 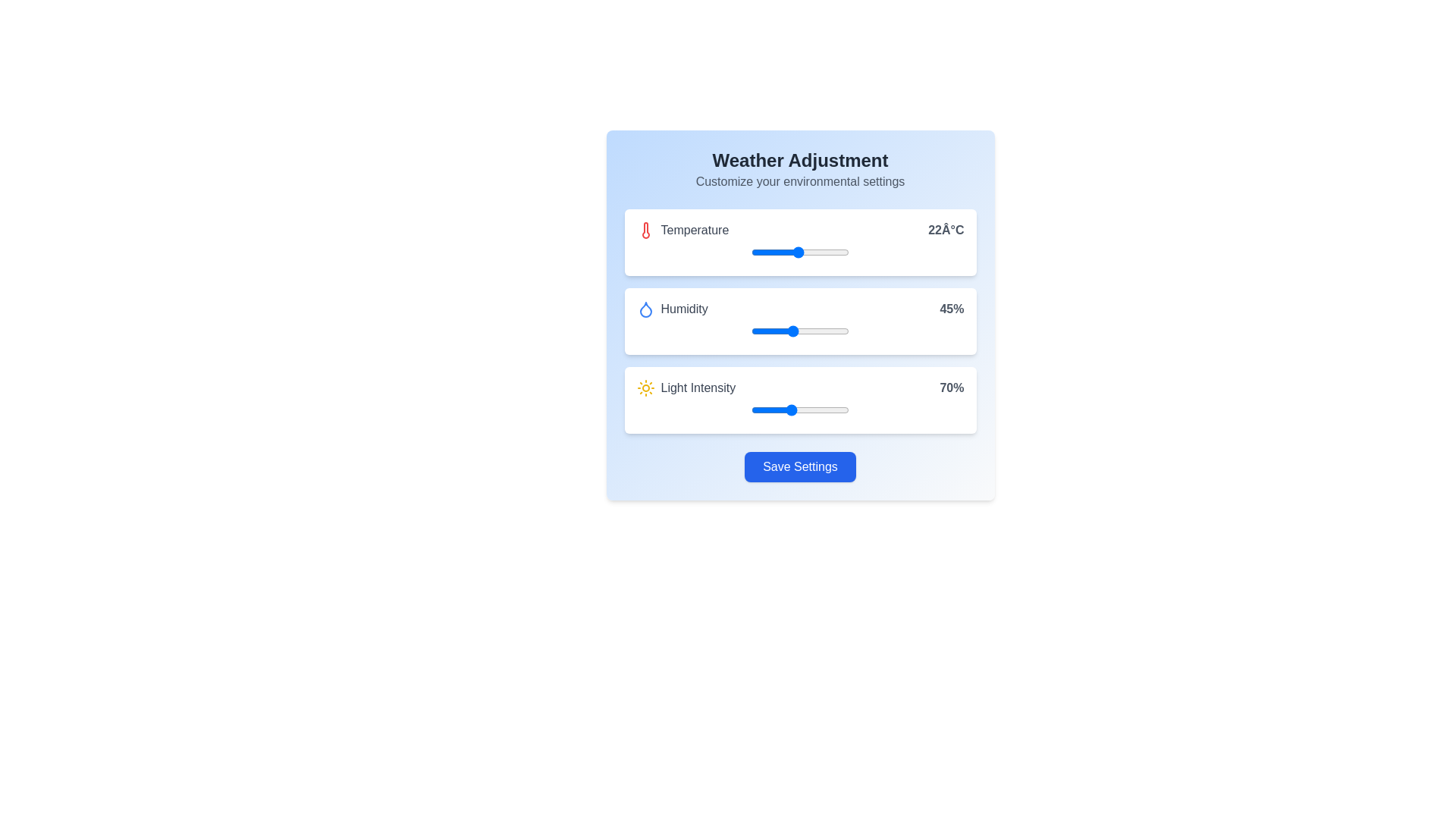 What do you see at coordinates (645, 388) in the screenshot?
I see `the sun icon, which is colored yellow and represents light intensity, located to the left of the 'Light Intensity' label in the third group of settings` at bounding box center [645, 388].